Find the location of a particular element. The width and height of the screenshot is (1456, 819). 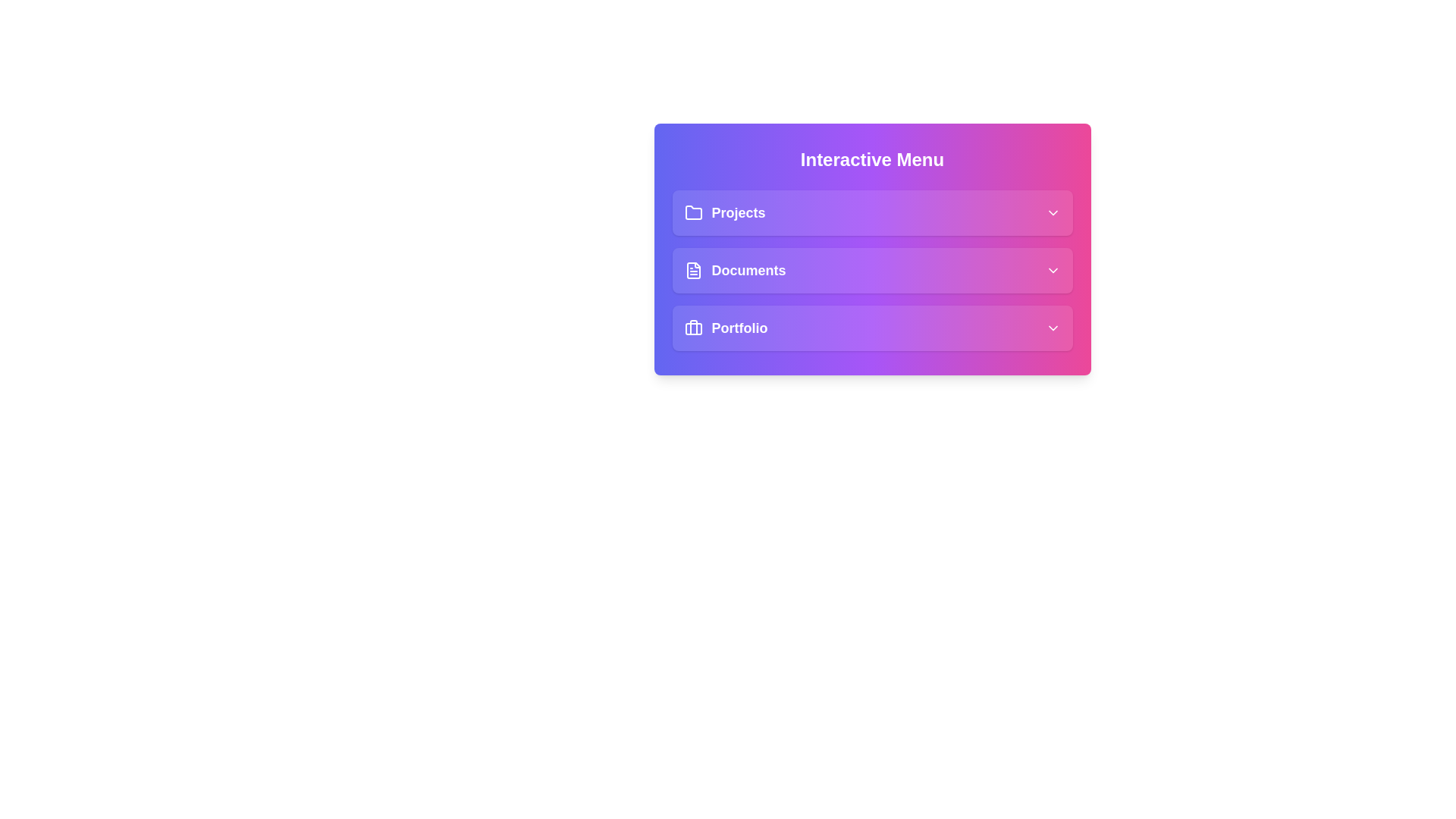

the 'Portfolio' menu item in the vertical navigation interface is located at coordinates (725, 327).